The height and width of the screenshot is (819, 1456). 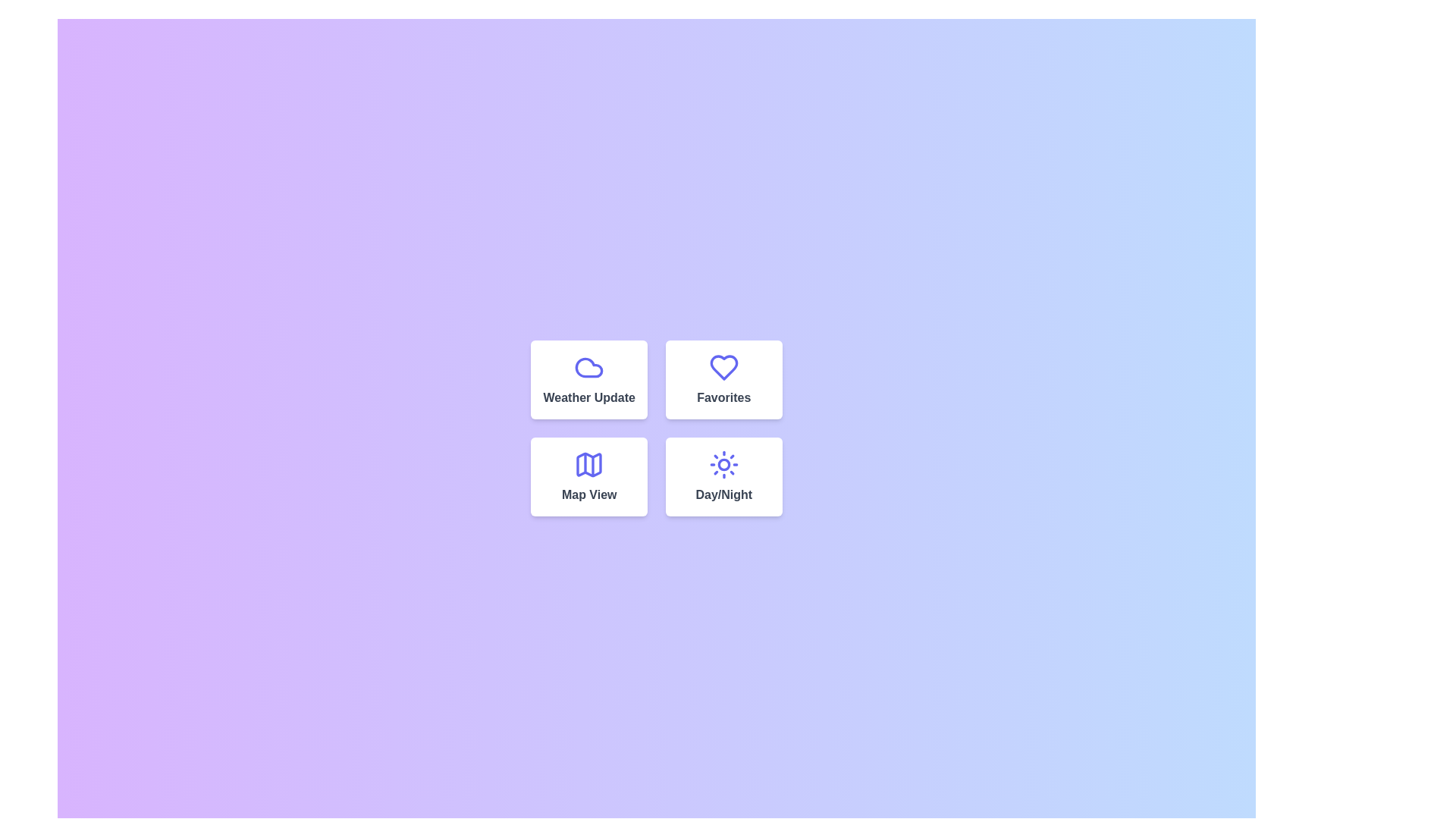 What do you see at coordinates (723, 379) in the screenshot?
I see `the favorites button located as the second item in the top row of a 2x2 grid layout, which follows 'Weather Update' and is above 'Day/Night'` at bounding box center [723, 379].